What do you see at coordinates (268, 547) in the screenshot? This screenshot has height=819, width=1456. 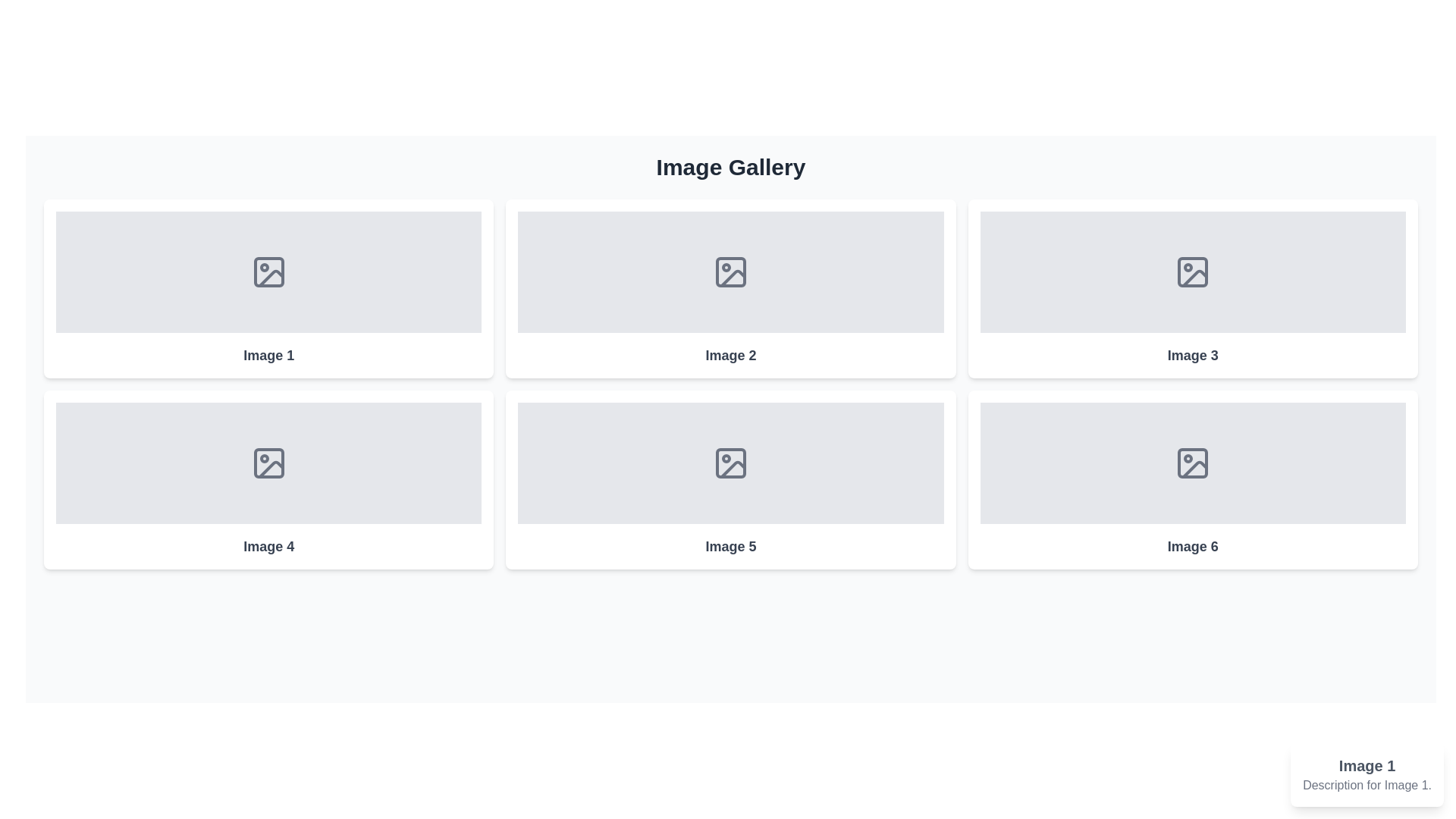 I see `text from the bold label displaying 'Image 4' located in the second row, first column of the grid layout` at bounding box center [268, 547].